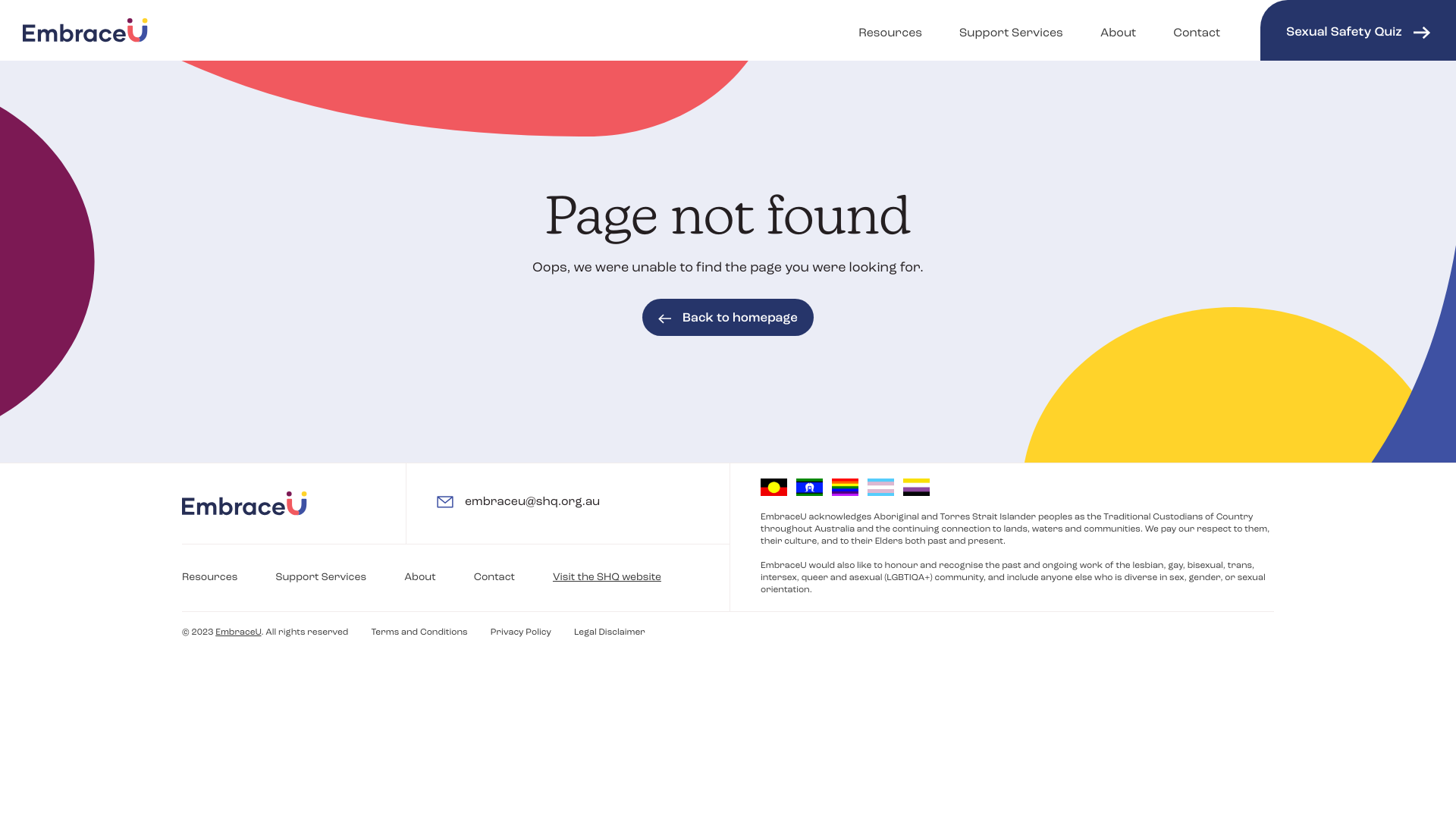 This screenshot has width=1456, height=819. I want to click on 'EmbraceU', so click(214, 632).